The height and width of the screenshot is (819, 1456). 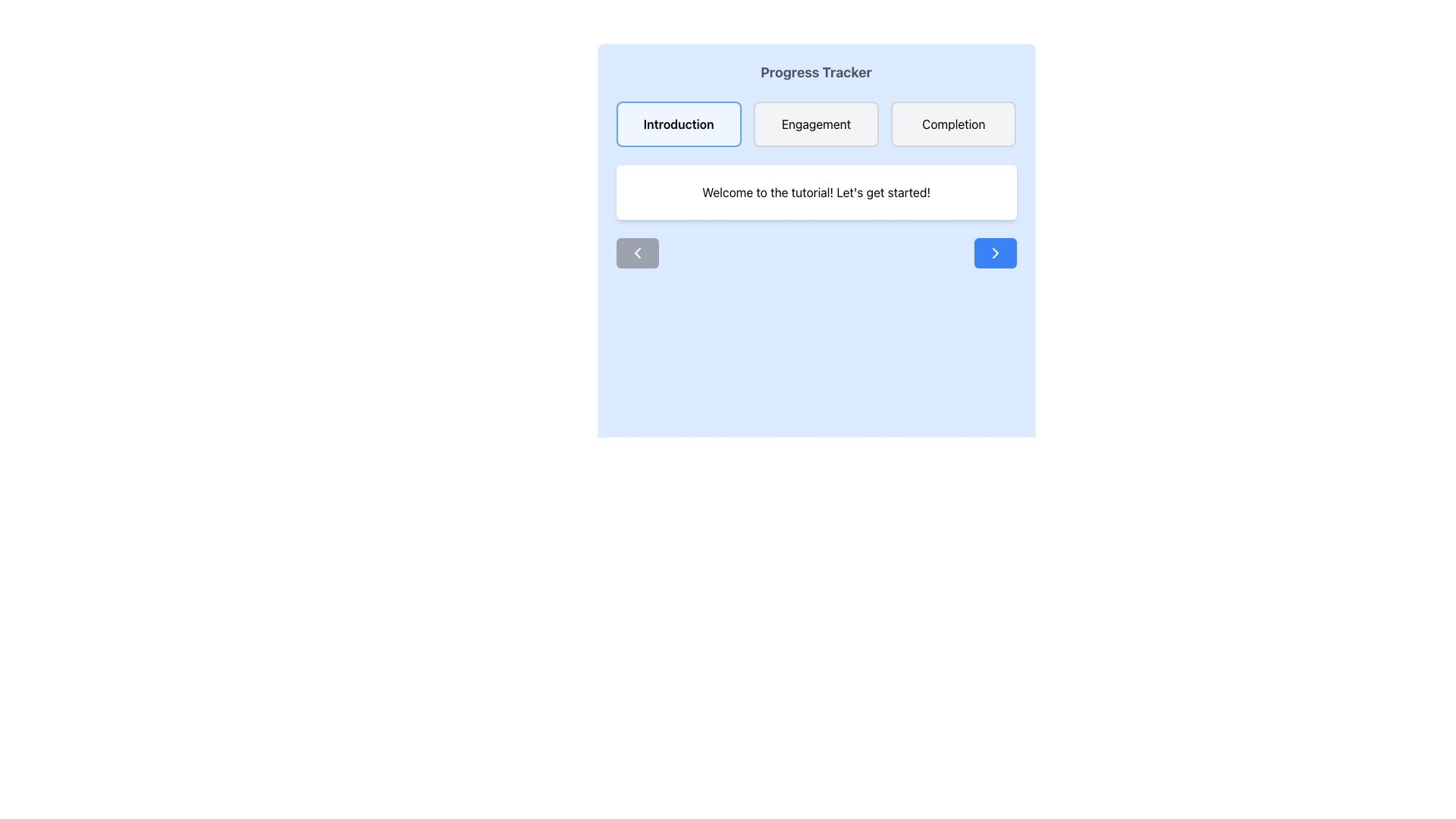 What do you see at coordinates (678, 124) in the screenshot?
I see `the 'Introduction' text label, which is styled in bold black font and highlighted with a light blue background and blue border, located in the 'Progress Tracker' section` at bounding box center [678, 124].